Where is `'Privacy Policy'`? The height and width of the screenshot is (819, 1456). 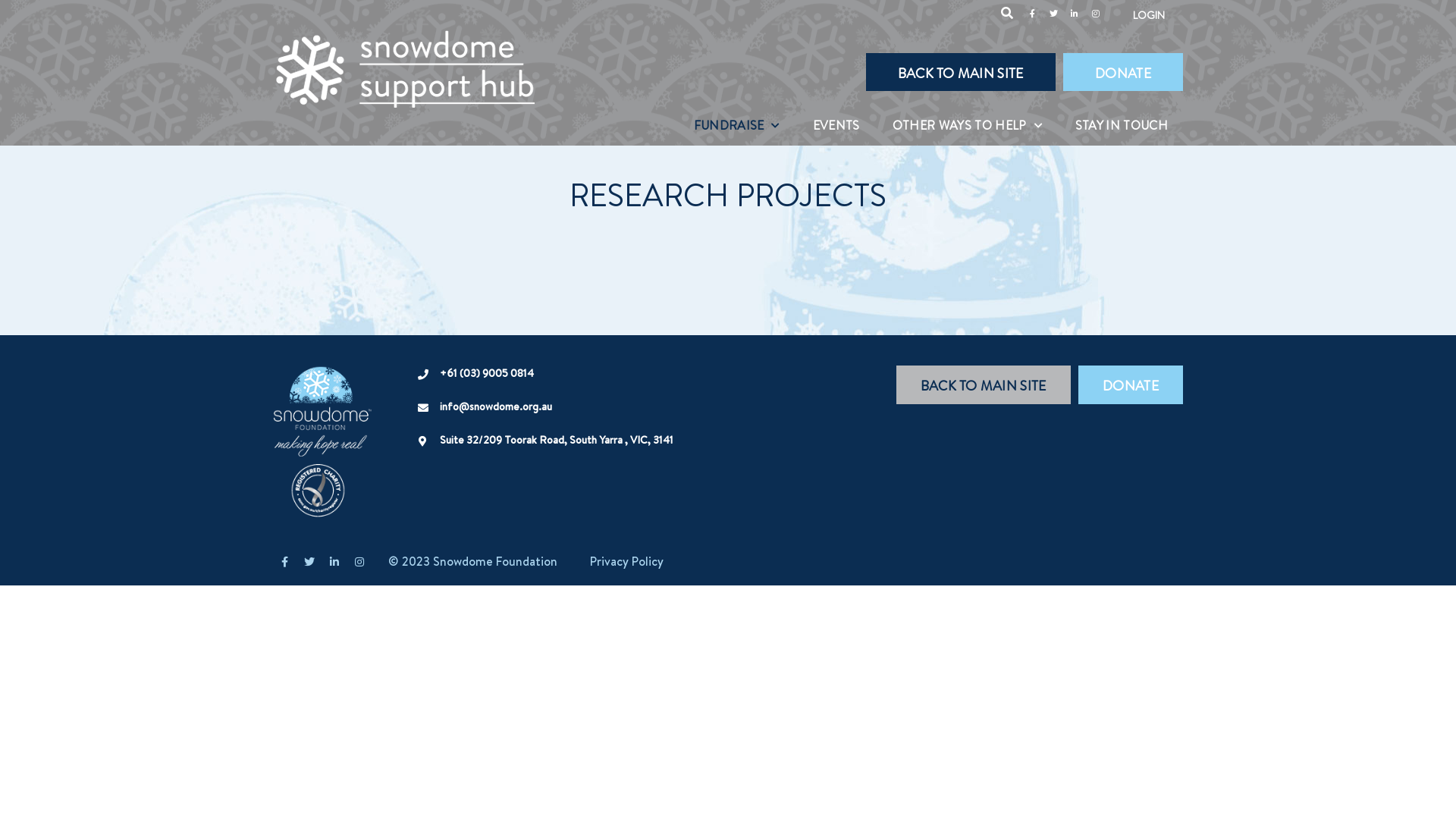
'Privacy Policy' is located at coordinates (626, 561).